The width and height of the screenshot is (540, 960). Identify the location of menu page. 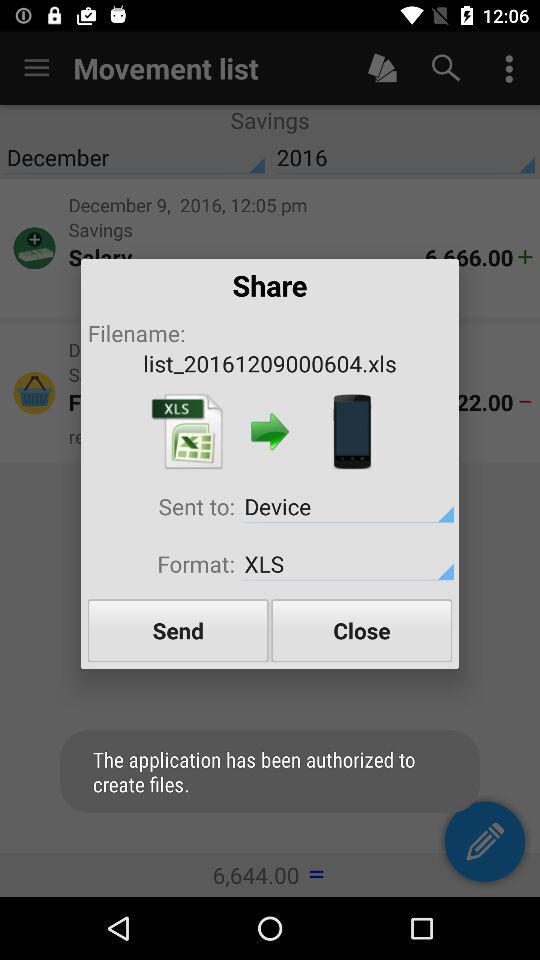
(187, 431).